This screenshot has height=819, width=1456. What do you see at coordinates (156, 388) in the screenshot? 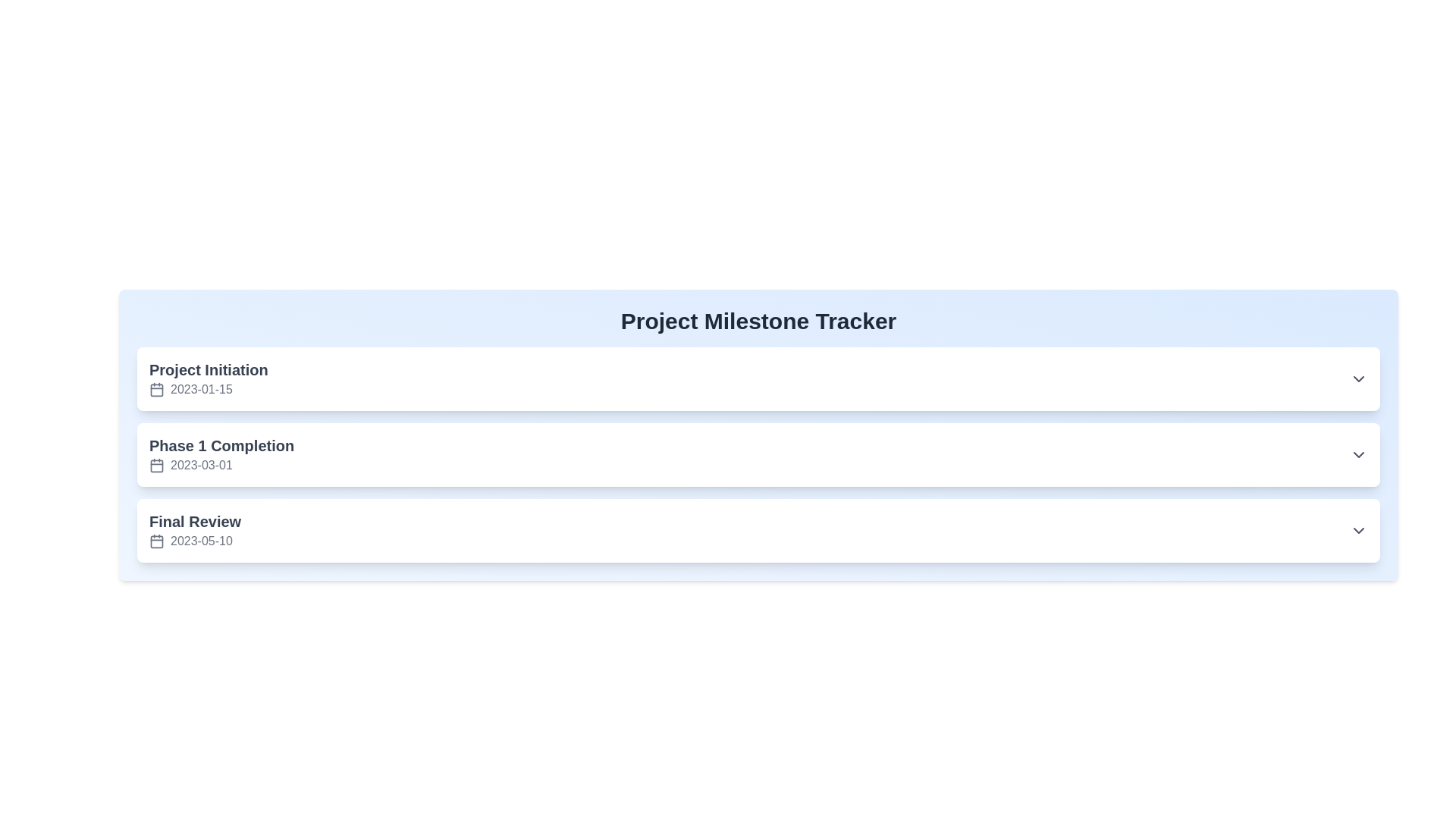
I see `the icon that visually represents the context of the date field associated with '2023-01-15', which is located in the first row of date-related entries` at bounding box center [156, 388].